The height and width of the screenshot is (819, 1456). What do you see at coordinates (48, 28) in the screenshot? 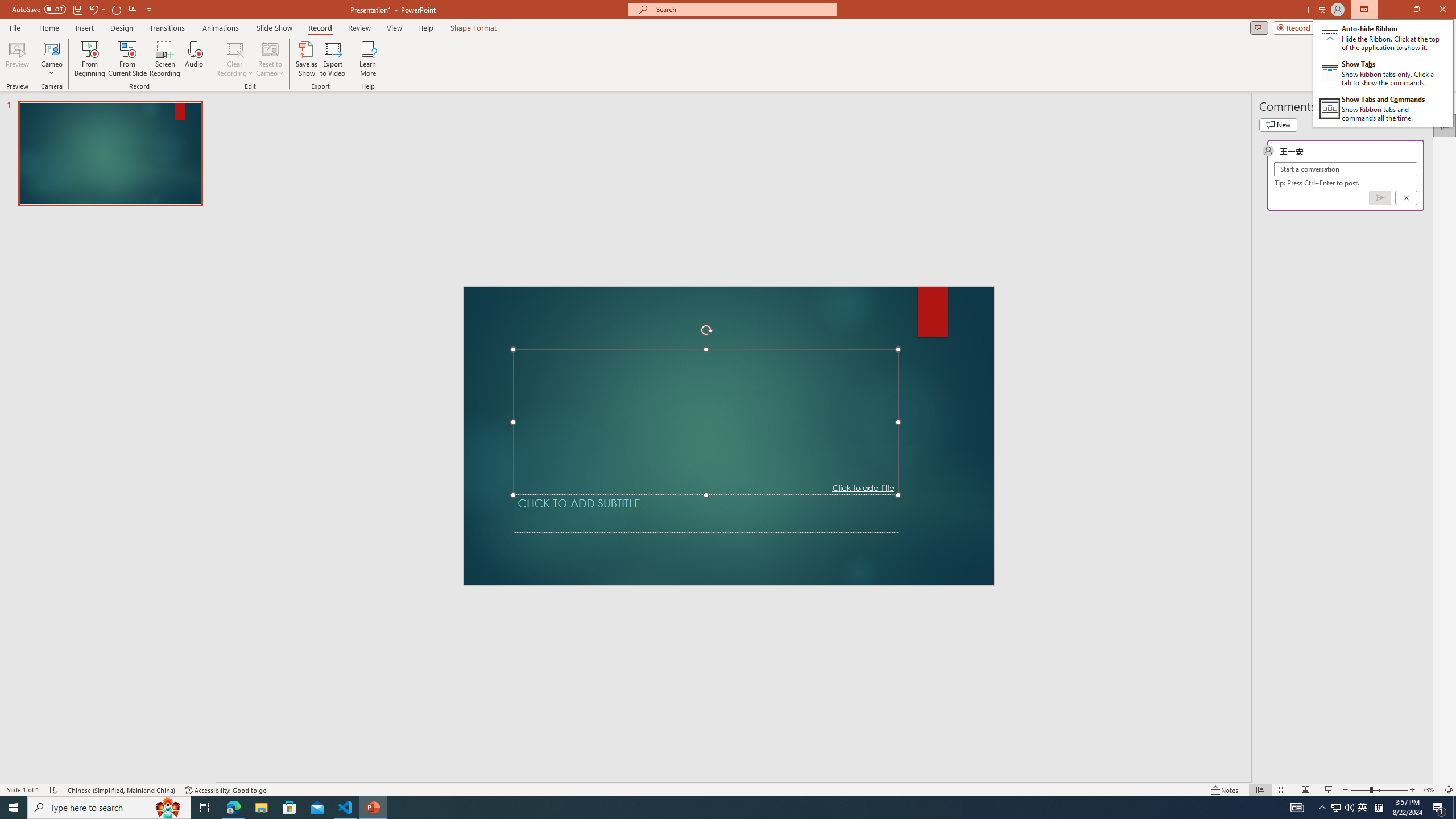
I see `'Home'` at bounding box center [48, 28].